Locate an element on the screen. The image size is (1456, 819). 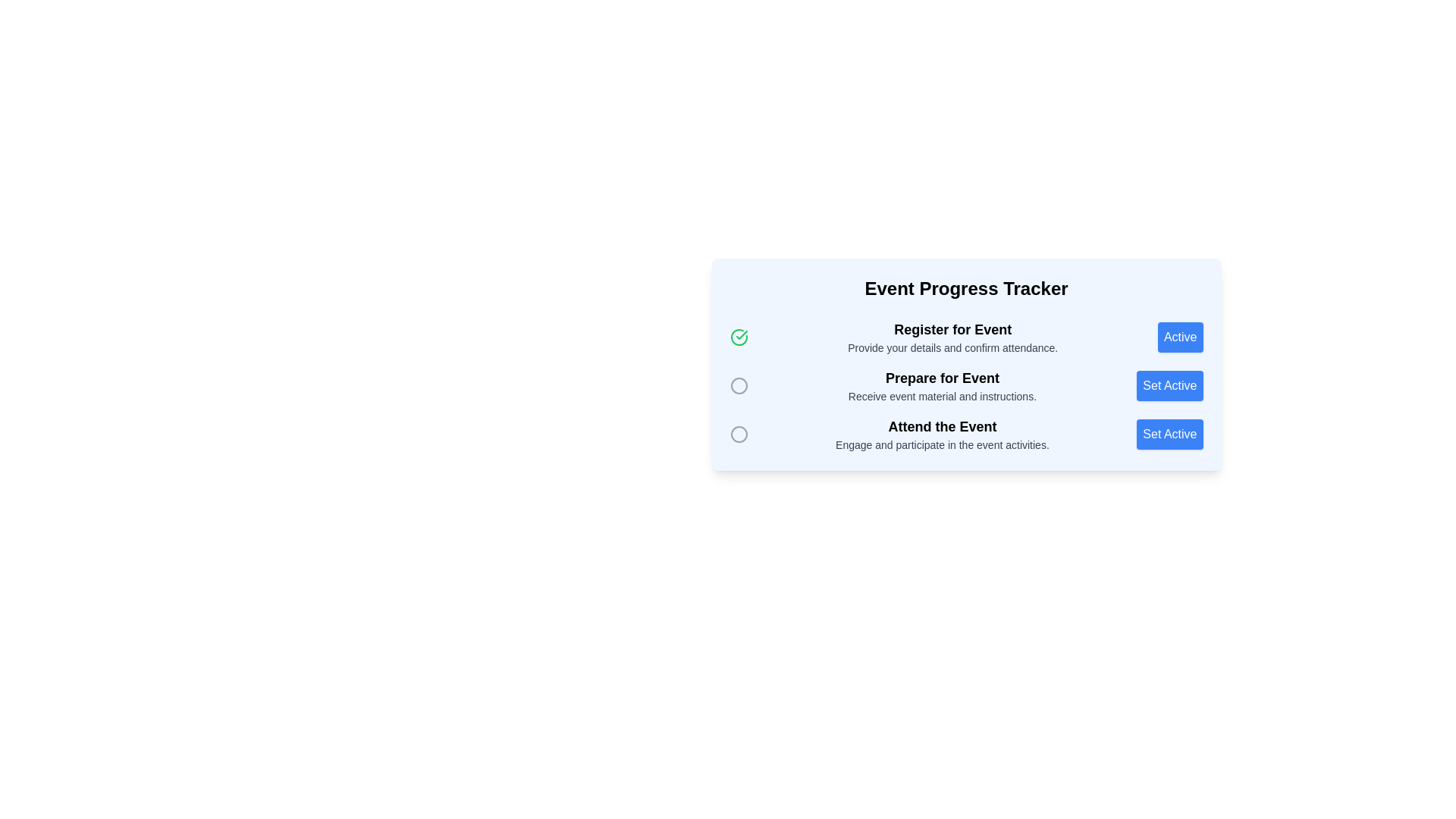
the indicator or status icon located to the left of the text 'Attend the Event' is located at coordinates (745, 435).